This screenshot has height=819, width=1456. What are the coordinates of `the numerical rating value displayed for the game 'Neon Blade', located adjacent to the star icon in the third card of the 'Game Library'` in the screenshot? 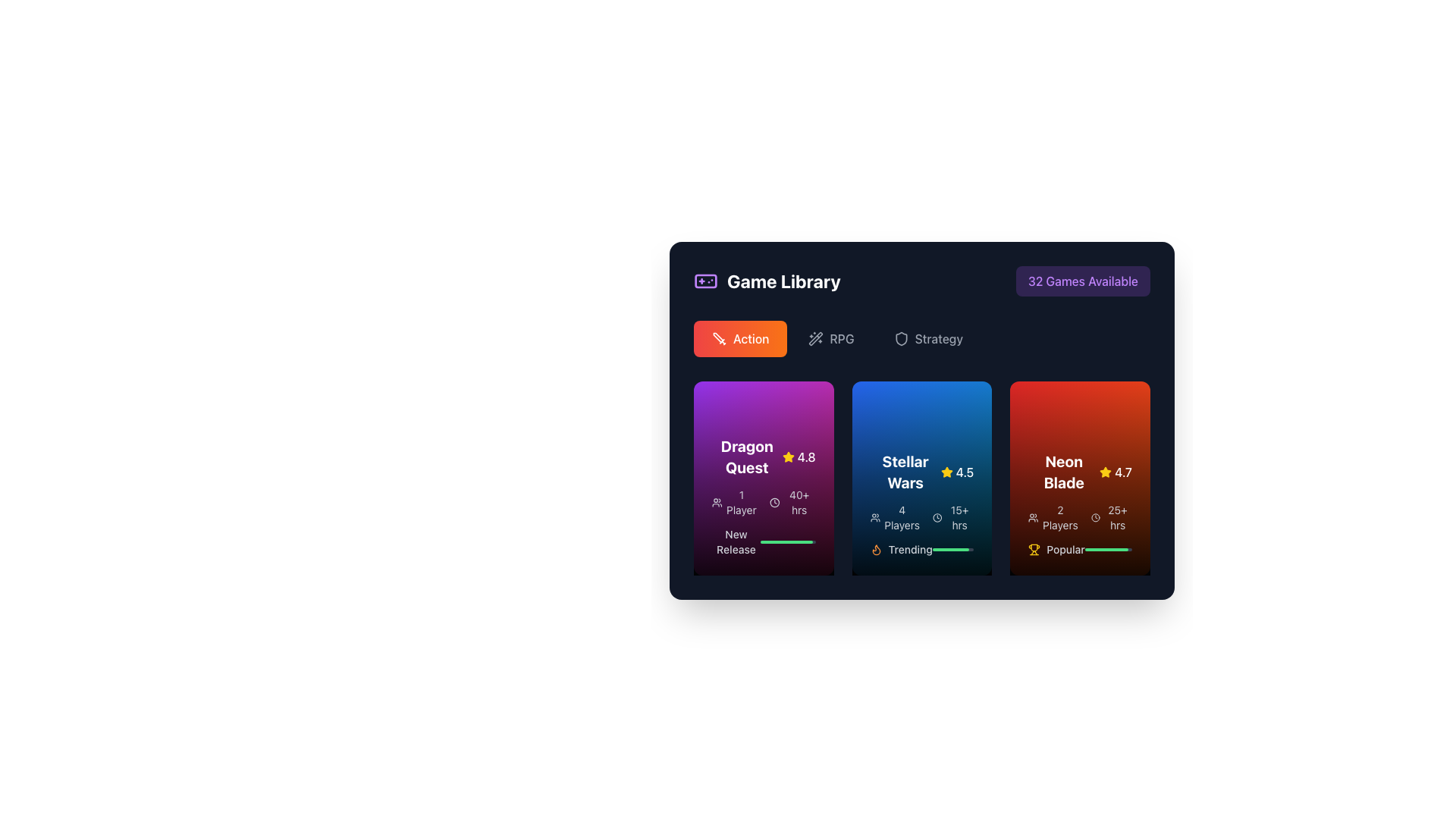 It's located at (1123, 472).